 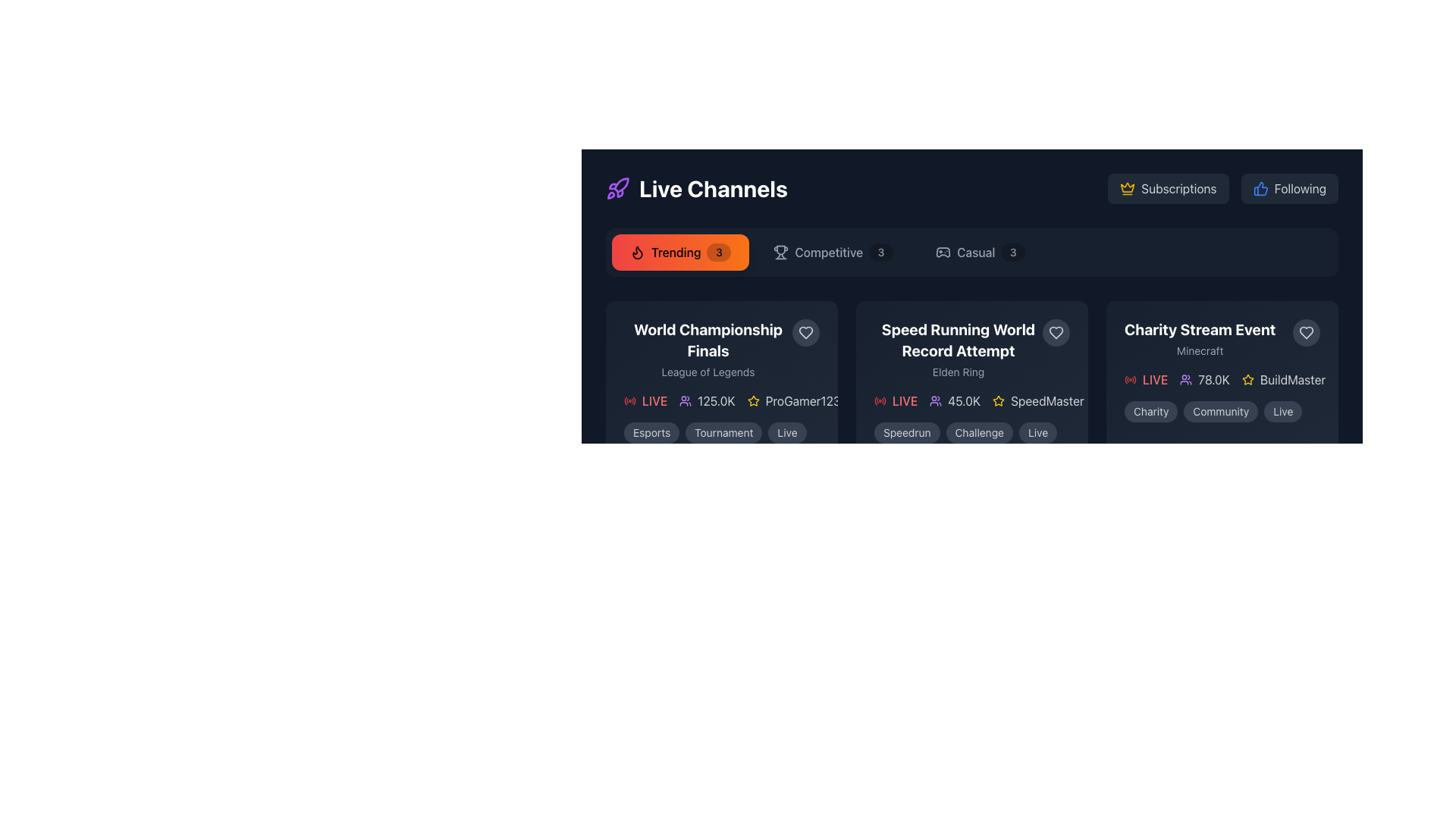 I want to click on the modern purple gradient rocket icon located to the left of the 'Live Channels' text, so click(x=618, y=188).